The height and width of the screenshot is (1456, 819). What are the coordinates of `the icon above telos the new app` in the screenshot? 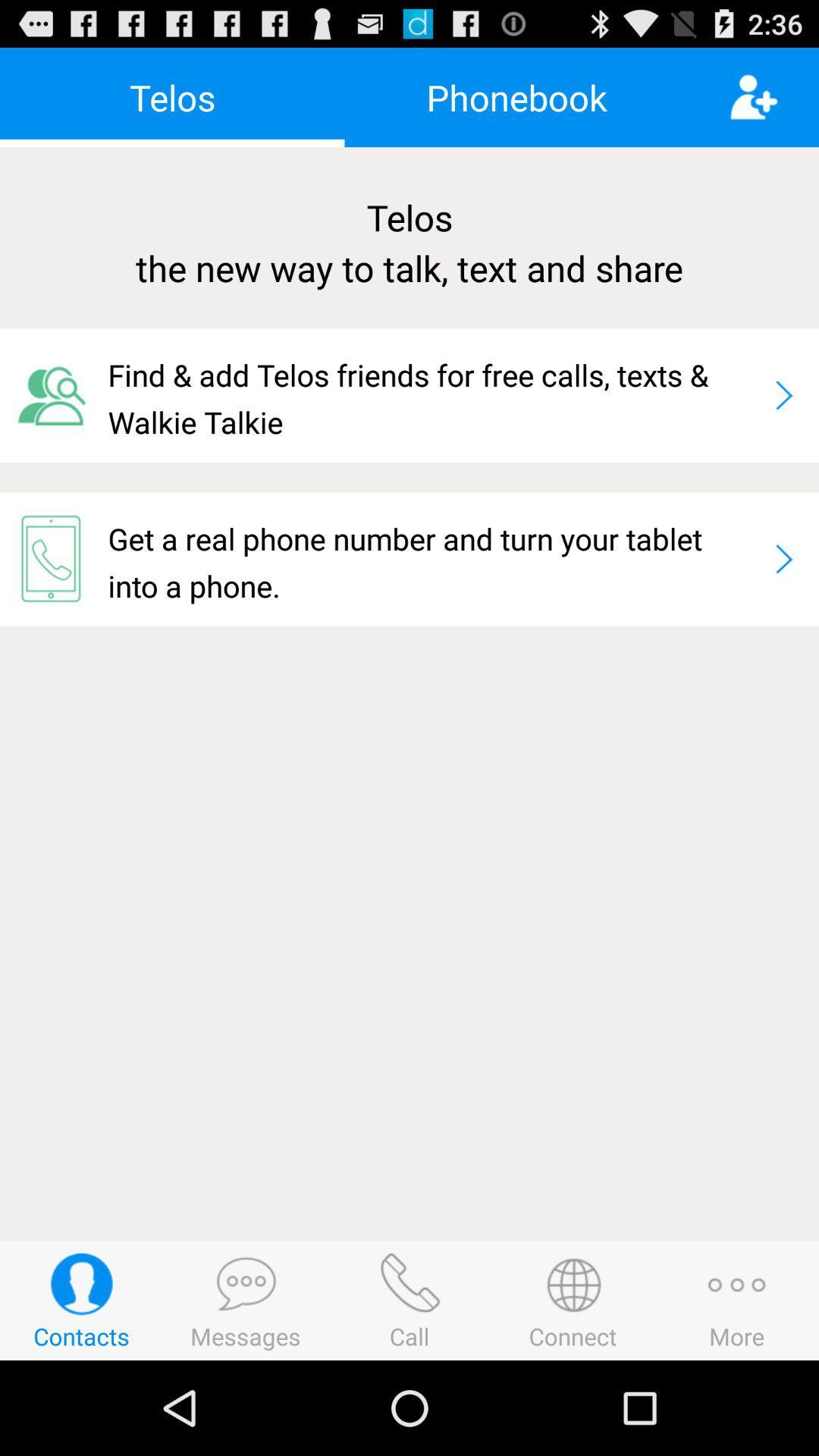 It's located at (516, 96).